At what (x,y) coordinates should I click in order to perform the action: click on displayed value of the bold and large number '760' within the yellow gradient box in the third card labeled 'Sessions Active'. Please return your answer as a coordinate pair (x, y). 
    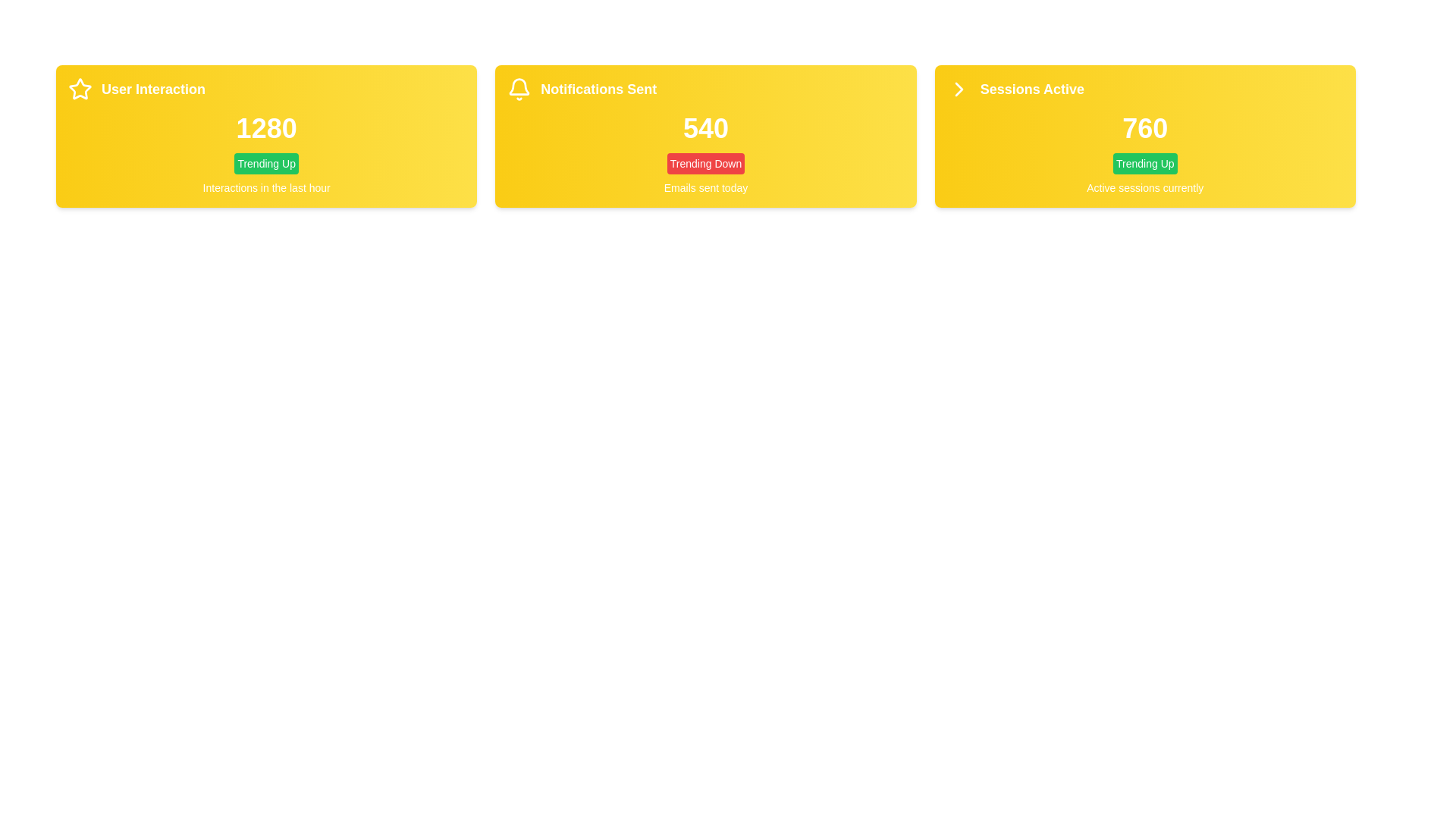
    Looking at the image, I should click on (1145, 127).